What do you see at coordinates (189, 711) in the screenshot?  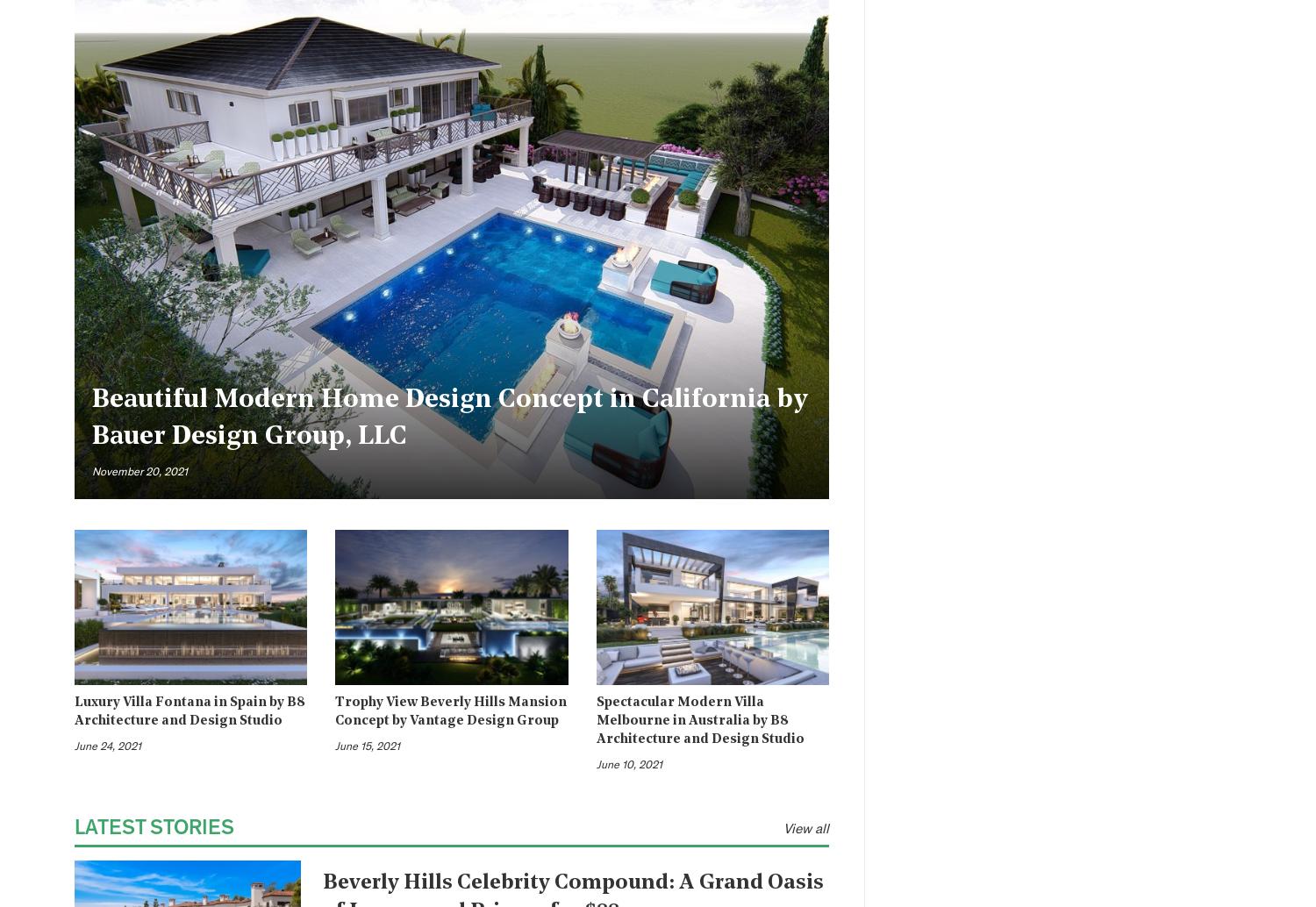 I see `'Luxury Villa Fontana in Spain by B8 Architecture and Design Studio'` at bounding box center [189, 711].